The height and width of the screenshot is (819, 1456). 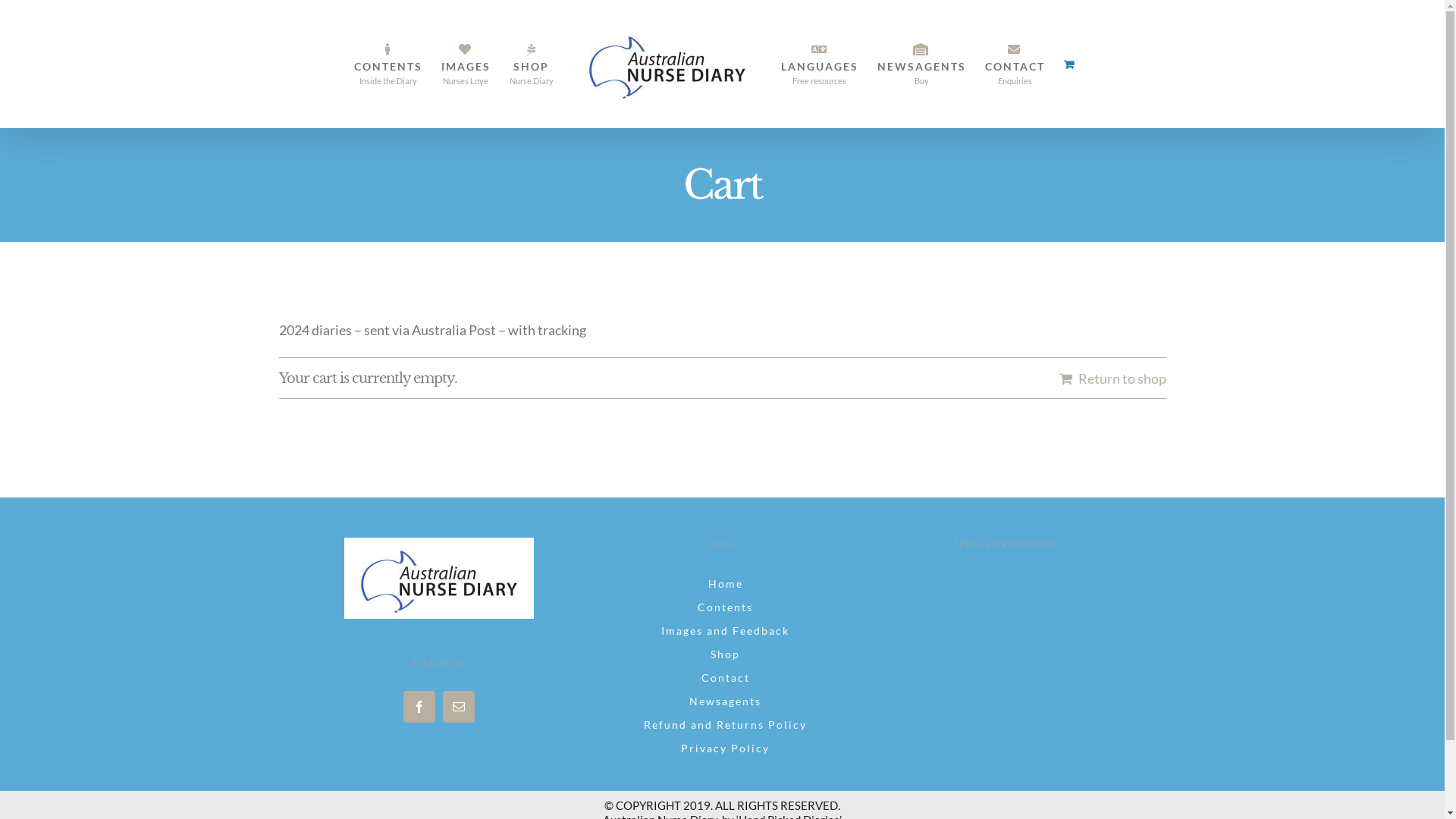 I want to click on 'Contents', so click(x=720, y=607).